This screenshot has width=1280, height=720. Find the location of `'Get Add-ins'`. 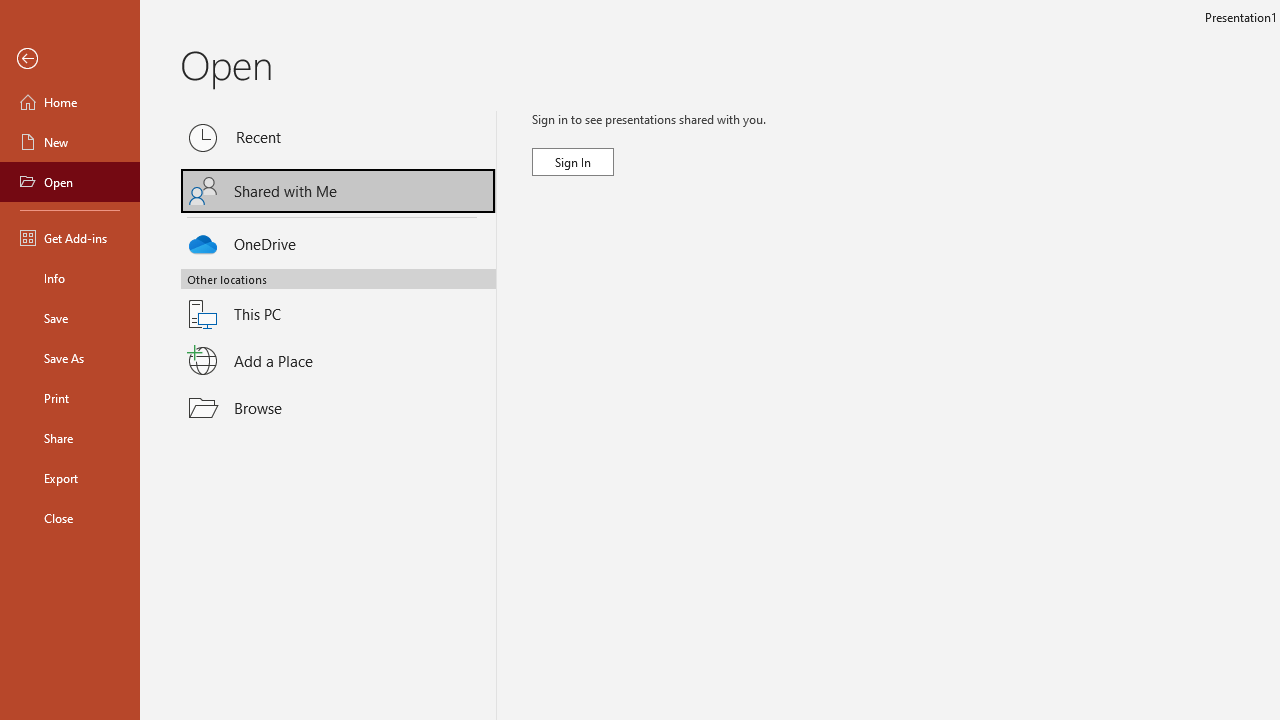

'Get Add-ins' is located at coordinates (69, 236).